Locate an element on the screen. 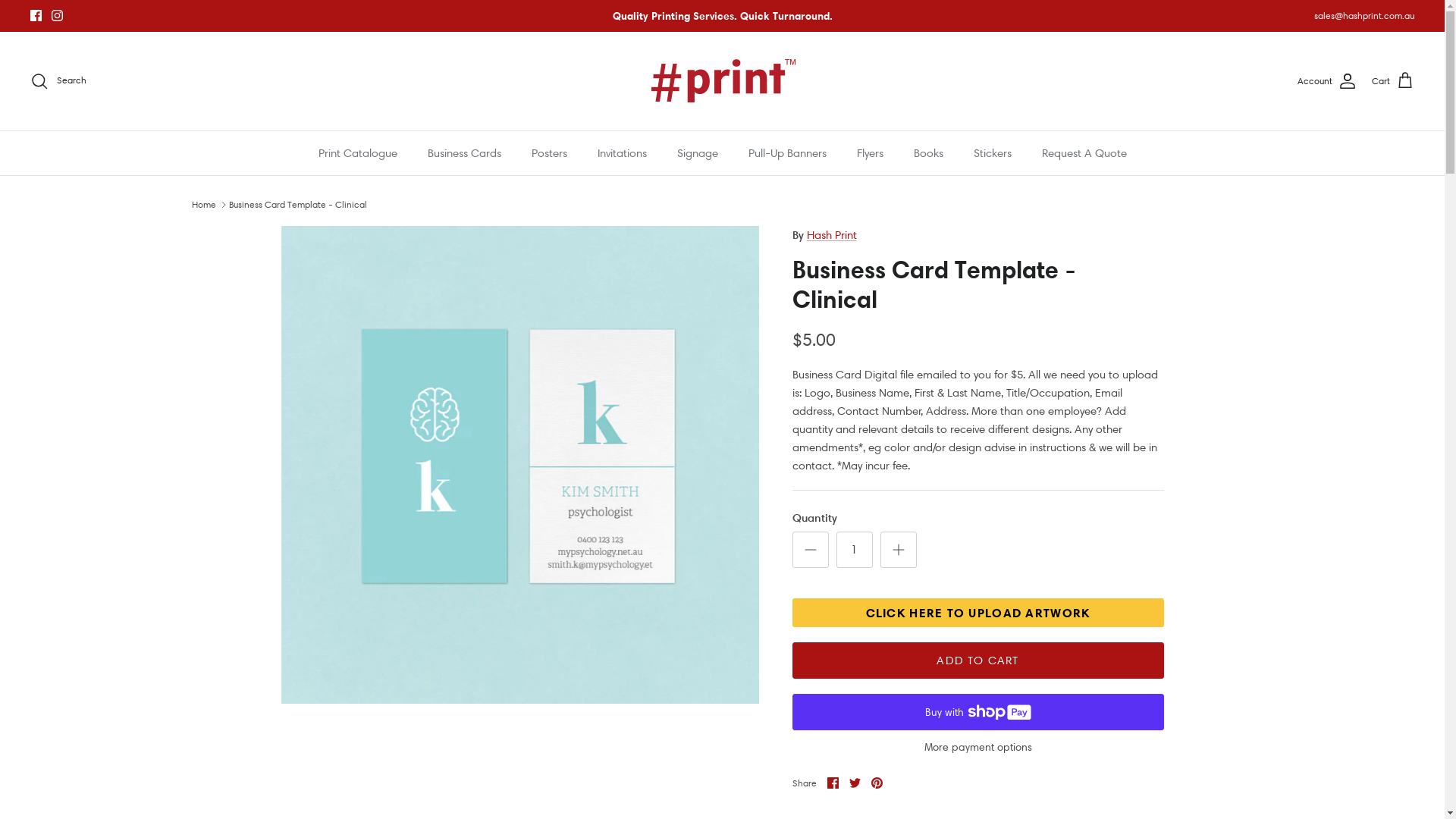  'Request A Quote' is located at coordinates (1084, 153).